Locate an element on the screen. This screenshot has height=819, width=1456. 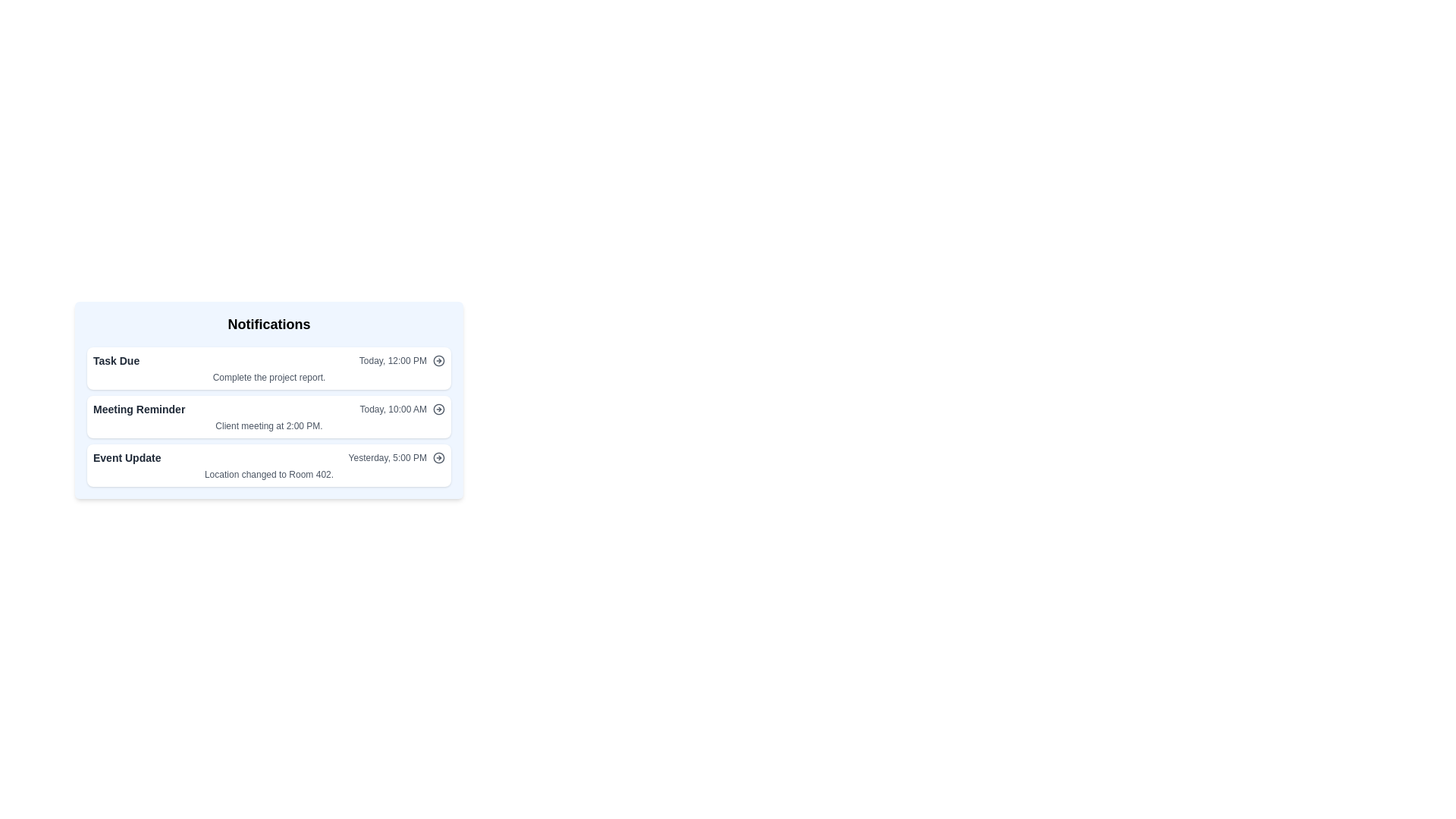
the text label displaying 'Location changed to Room 402.' located in the bottom notification card under the 'Notifications' section, which provides a summary note for the notification titled 'Event Update' is located at coordinates (269, 473).